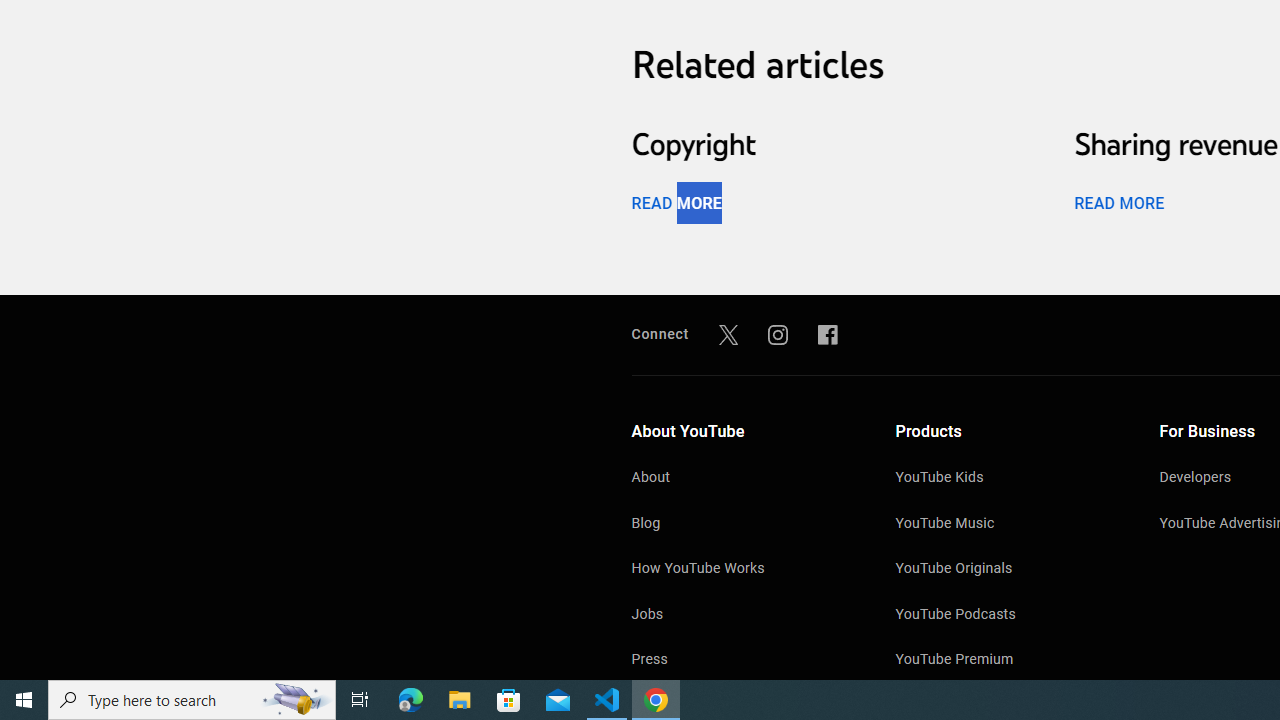 Image resolution: width=1280 pixels, height=720 pixels. What do you see at coordinates (1118, 203) in the screenshot?
I see `'READ MORE'` at bounding box center [1118, 203].